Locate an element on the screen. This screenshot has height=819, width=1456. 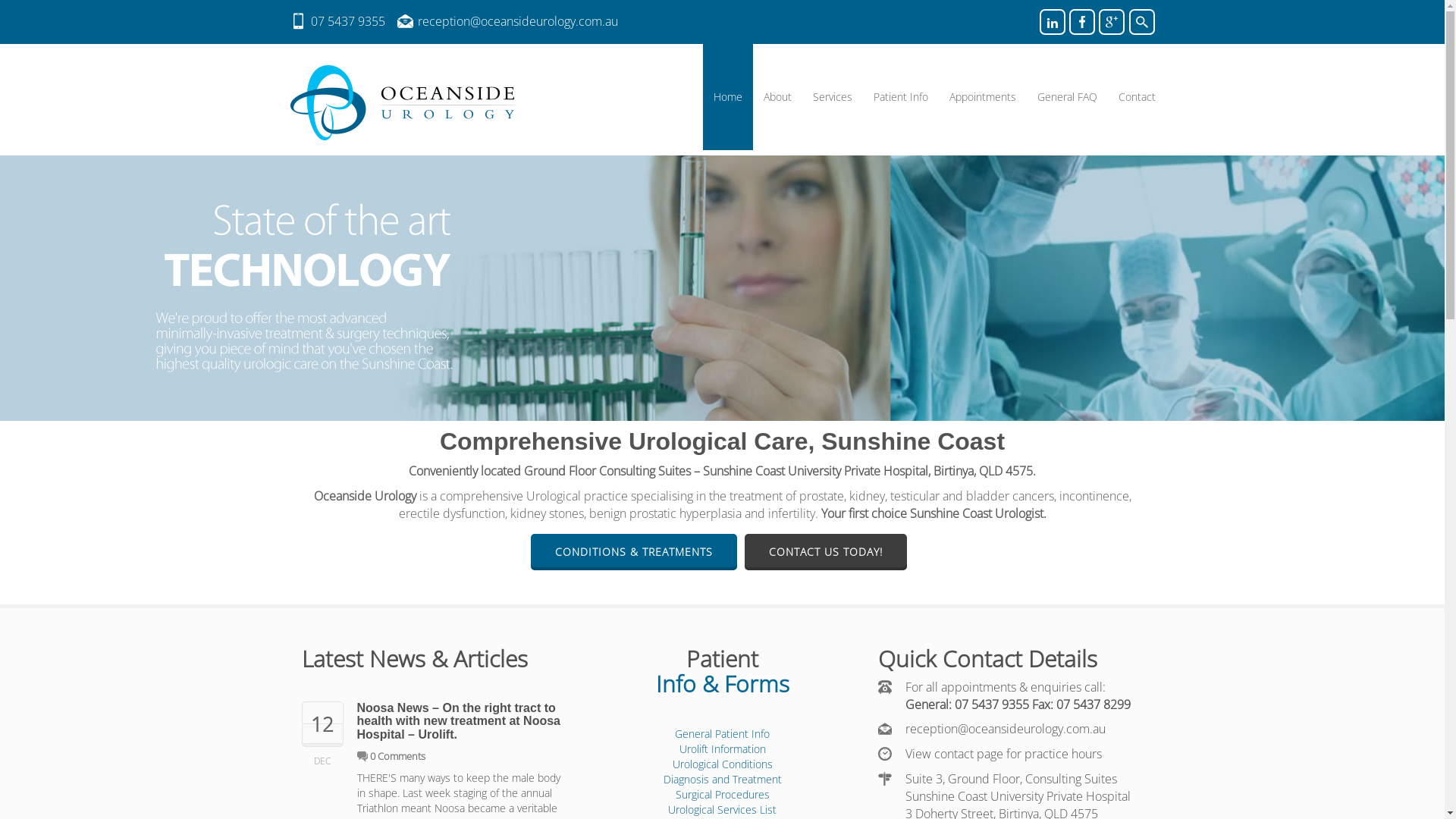
'Diagnosis and Treatment' is located at coordinates (662, 779).